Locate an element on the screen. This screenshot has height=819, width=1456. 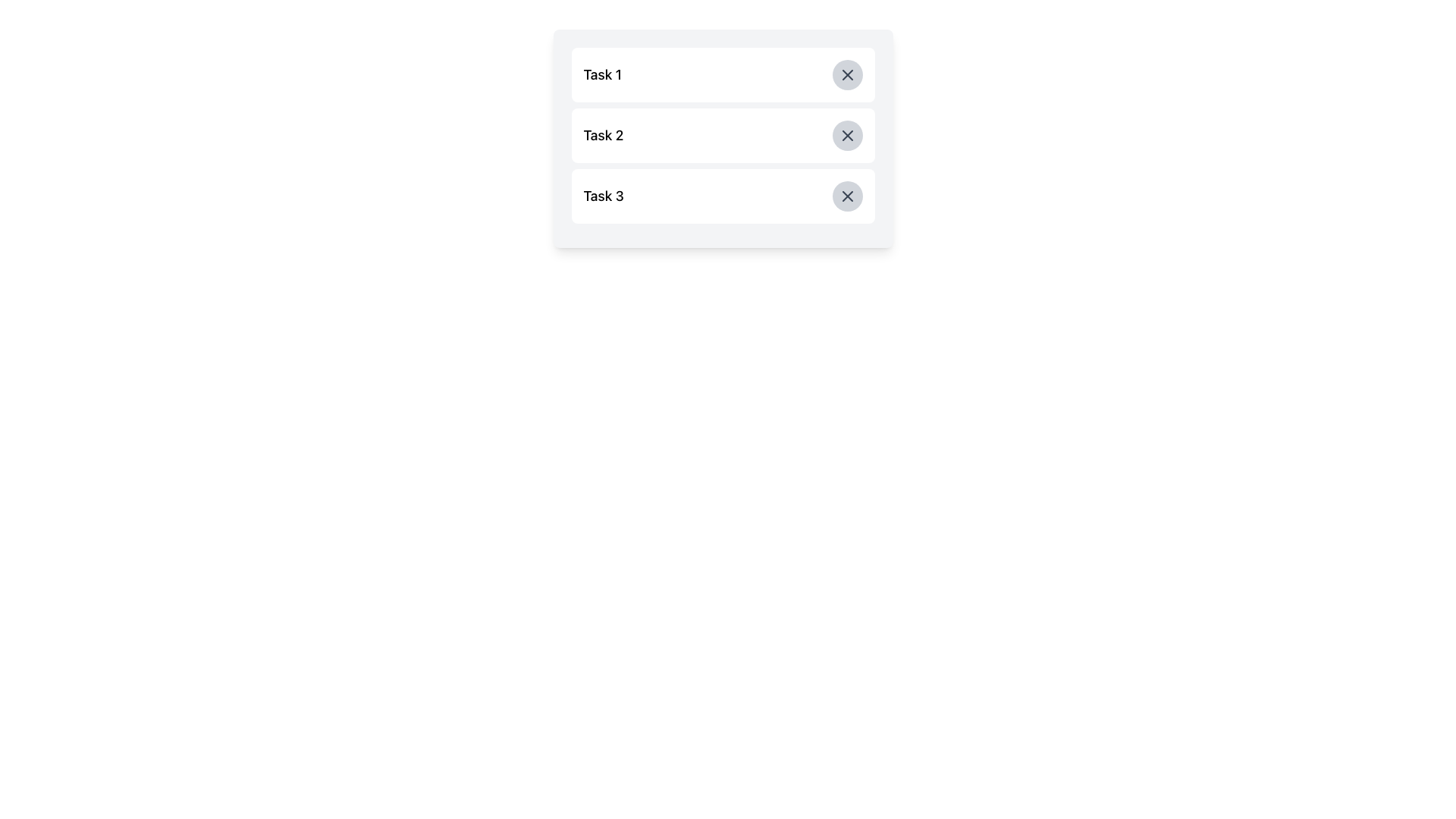
the close/delete icon located at the top right corner of 'Task 1' is located at coordinates (846, 75).